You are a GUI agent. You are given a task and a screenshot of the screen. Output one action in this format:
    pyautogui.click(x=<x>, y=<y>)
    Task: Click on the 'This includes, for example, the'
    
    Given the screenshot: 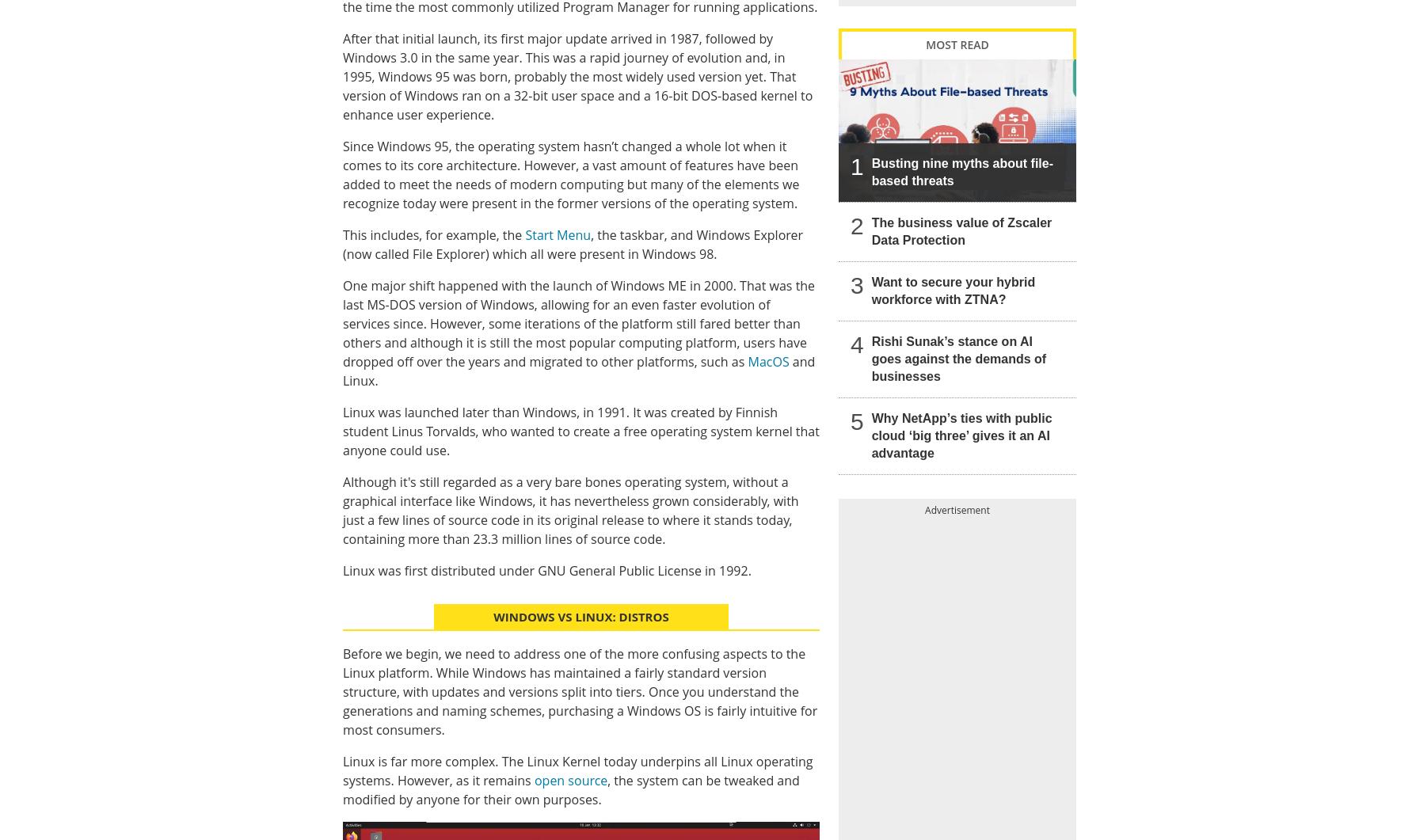 What is the action you would take?
    pyautogui.click(x=434, y=234)
    